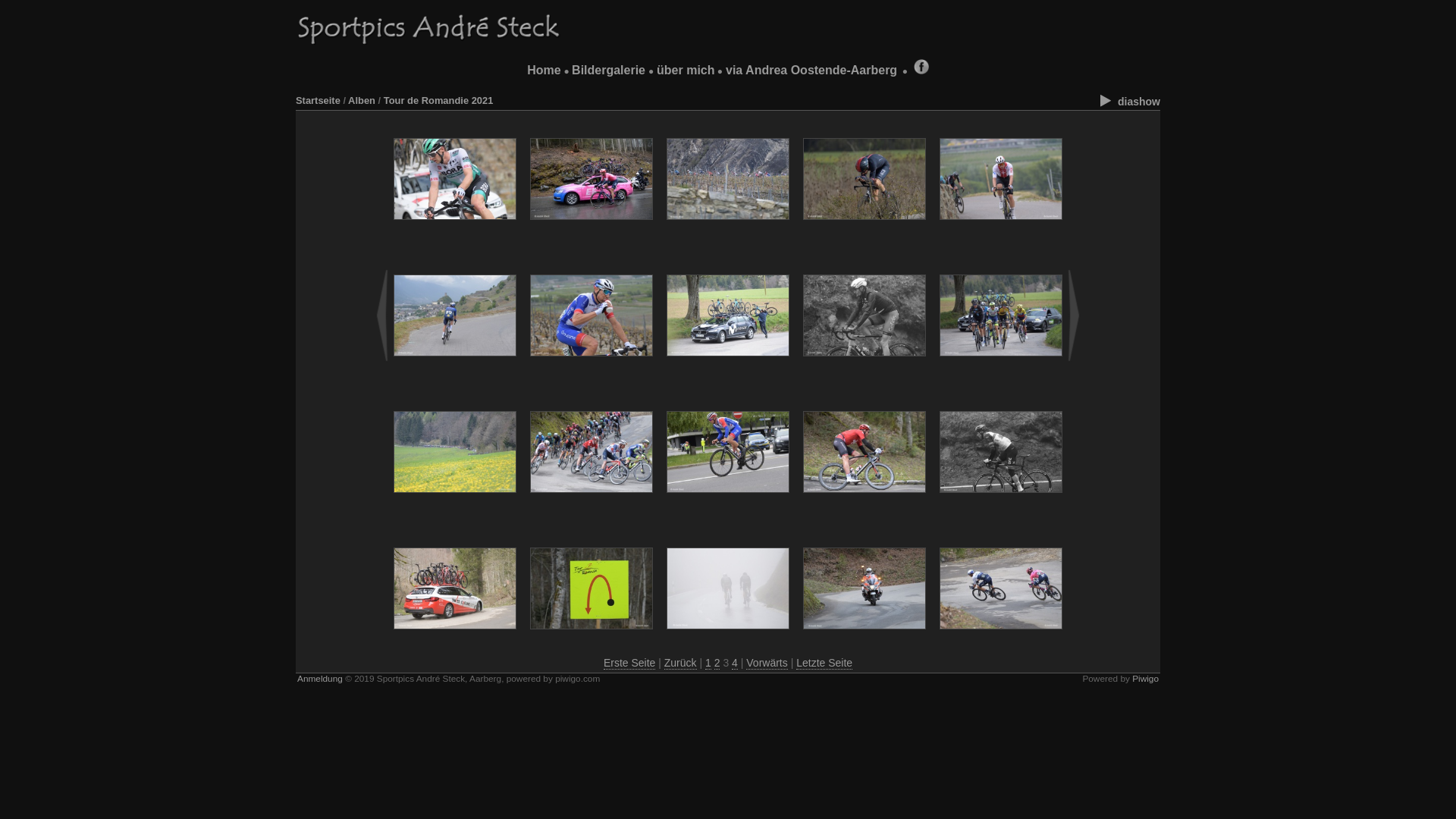 The height and width of the screenshot is (819, 1456). What do you see at coordinates (608, 70) in the screenshot?
I see `'Bildergalerie'` at bounding box center [608, 70].